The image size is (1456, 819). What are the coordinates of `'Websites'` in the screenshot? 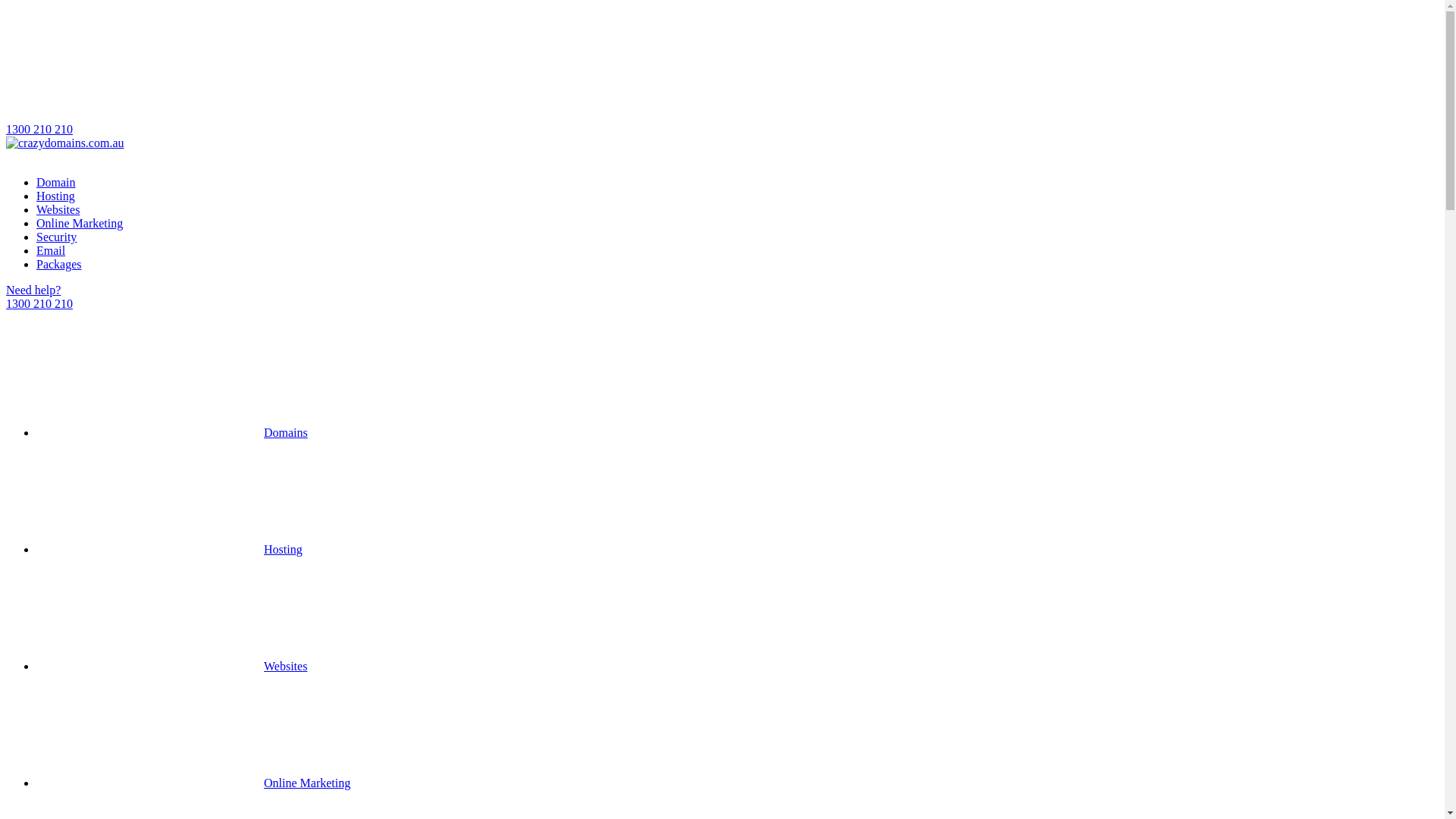 It's located at (171, 665).